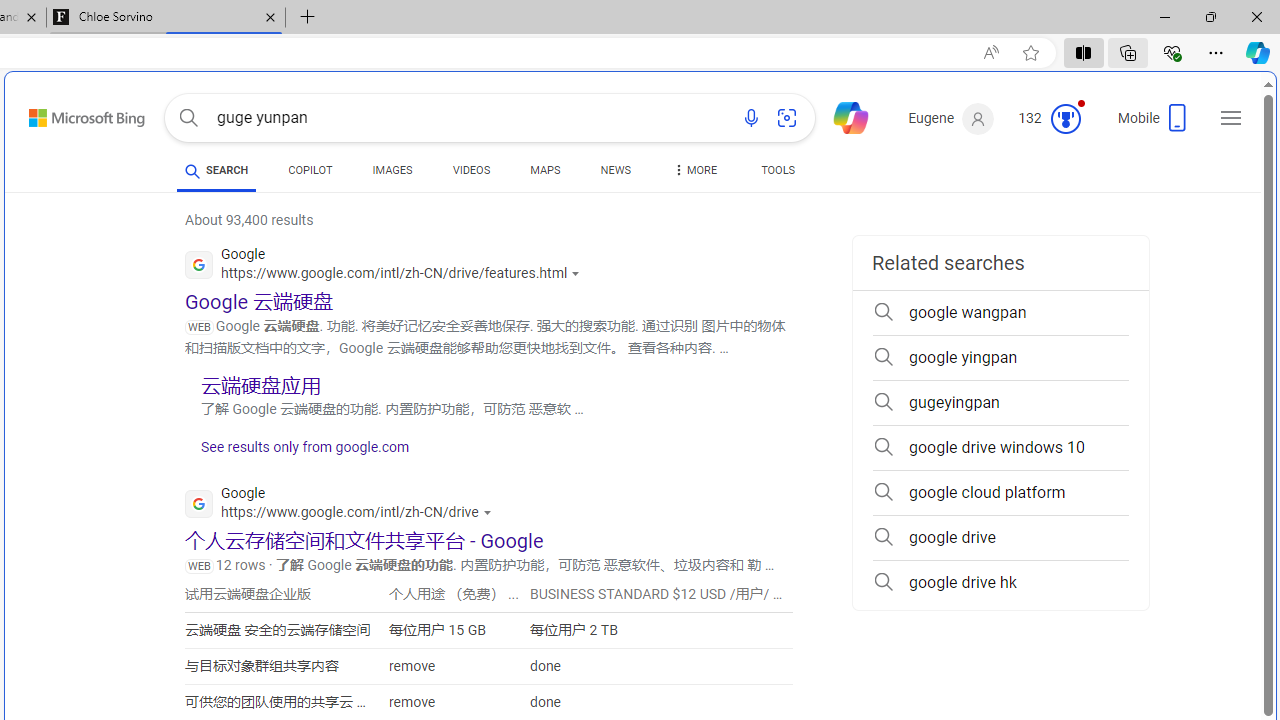 The width and height of the screenshot is (1280, 720). What do you see at coordinates (693, 172) in the screenshot?
I see `'MORE'` at bounding box center [693, 172].